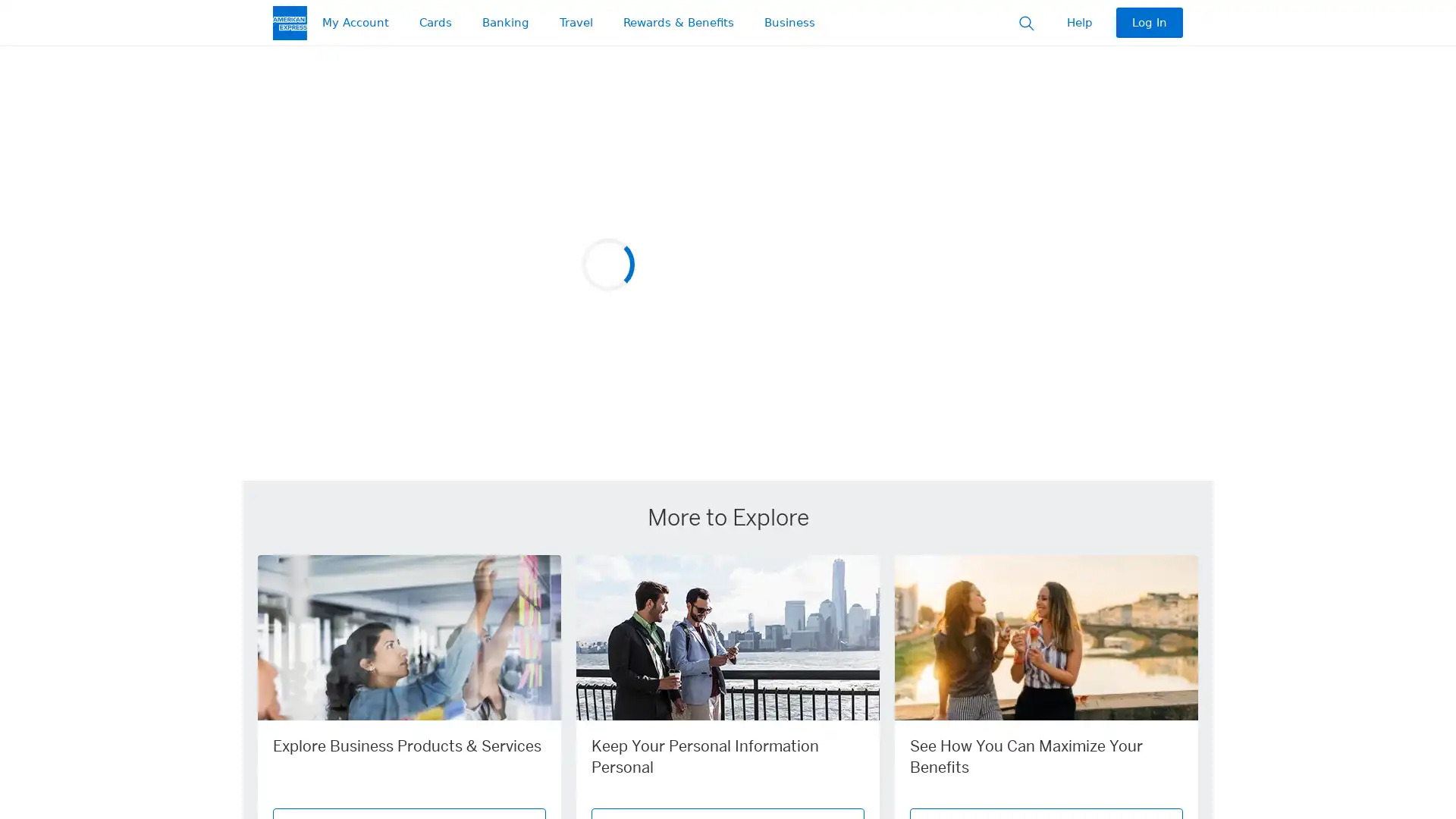 The width and height of the screenshot is (1456, 819). What do you see at coordinates (657, 657) in the screenshot?
I see `Previous Slide` at bounding box center [657, 657].